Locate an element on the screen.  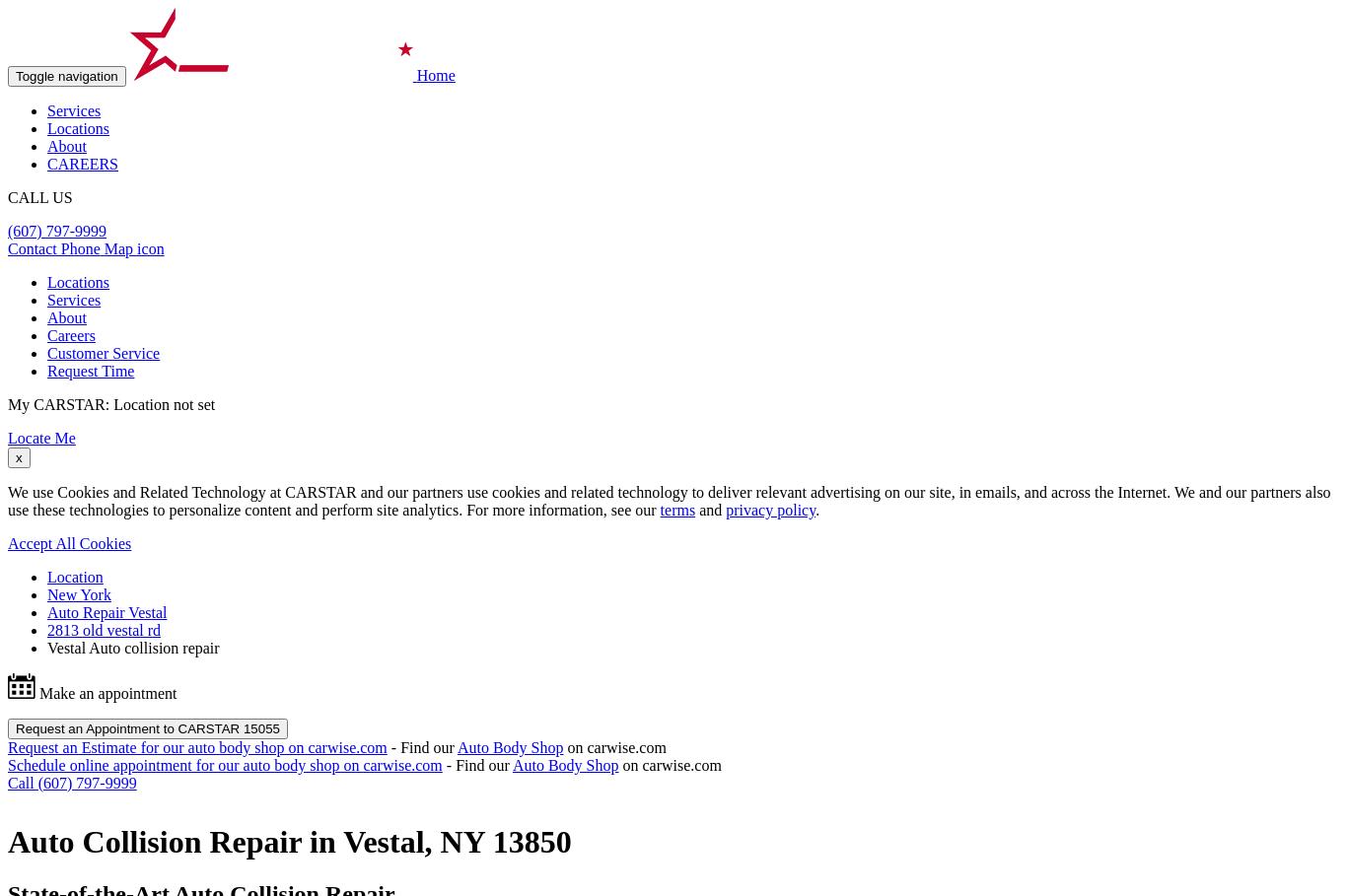
'Toggle navigation' is located at coordinates (66, 75).